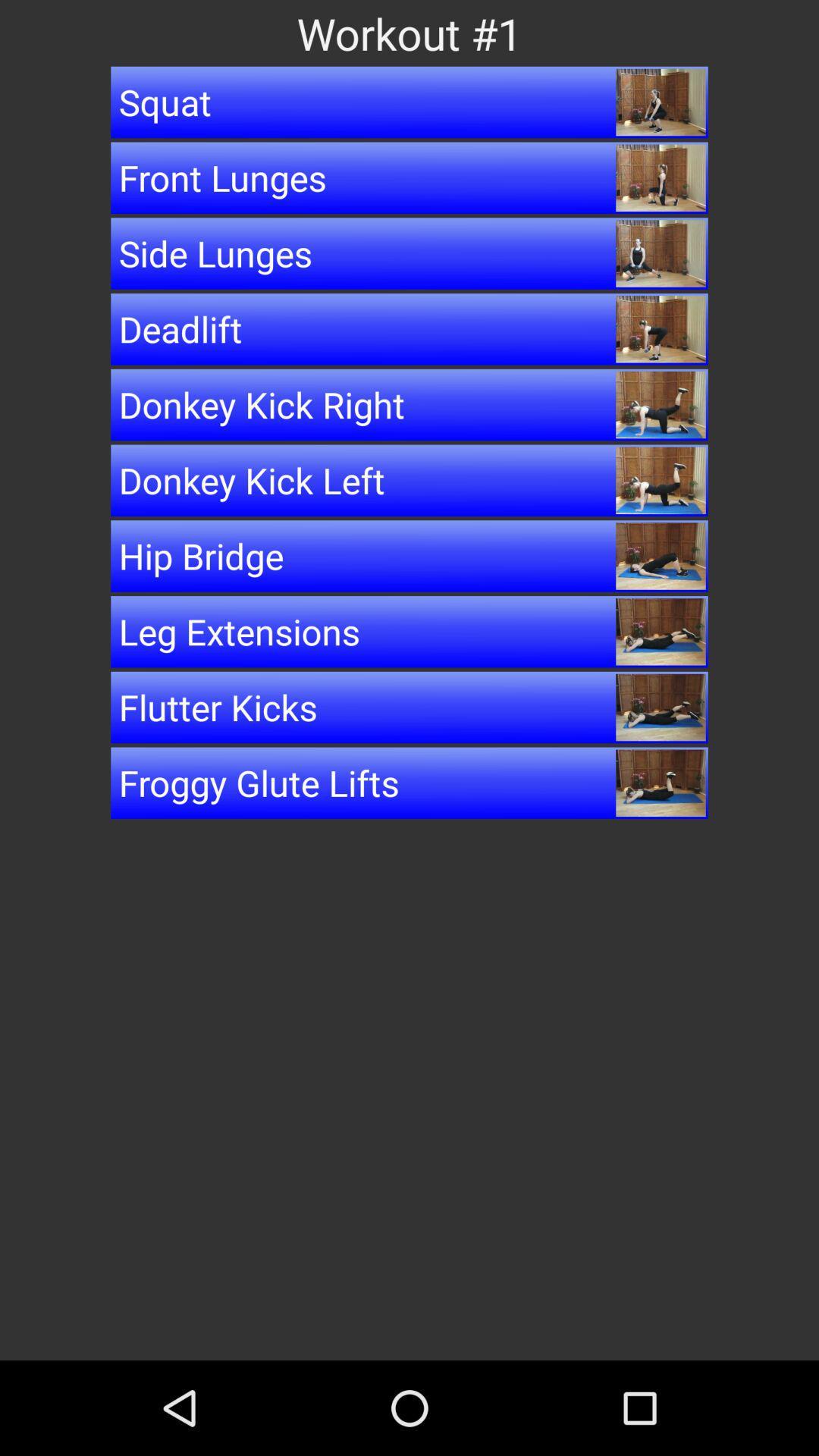  What do you see at coordinates (409, 177) in the screenshot?
I see `the front lunges` at bounding box center [409, 177].